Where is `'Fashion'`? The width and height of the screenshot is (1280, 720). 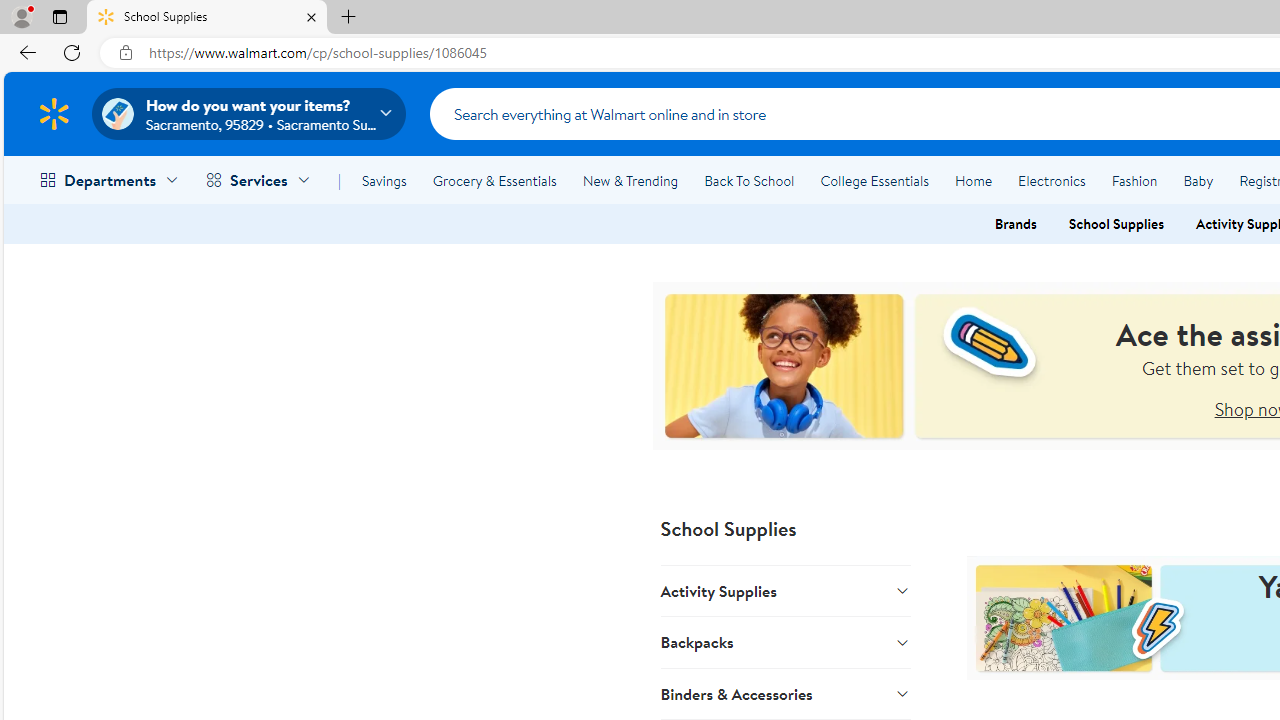
'Fashion' is located at coordinates (1134, 181).